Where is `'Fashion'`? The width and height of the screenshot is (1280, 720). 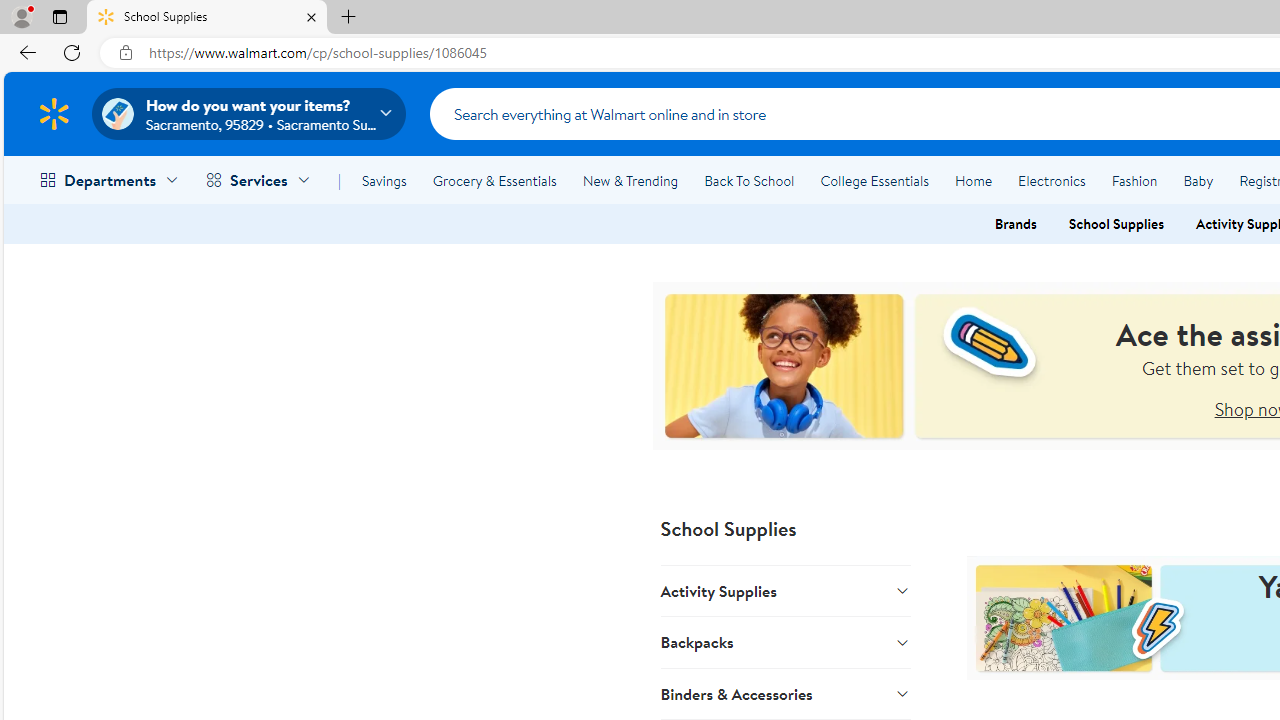
'Fashion' is located at coordinates (1134, 181).